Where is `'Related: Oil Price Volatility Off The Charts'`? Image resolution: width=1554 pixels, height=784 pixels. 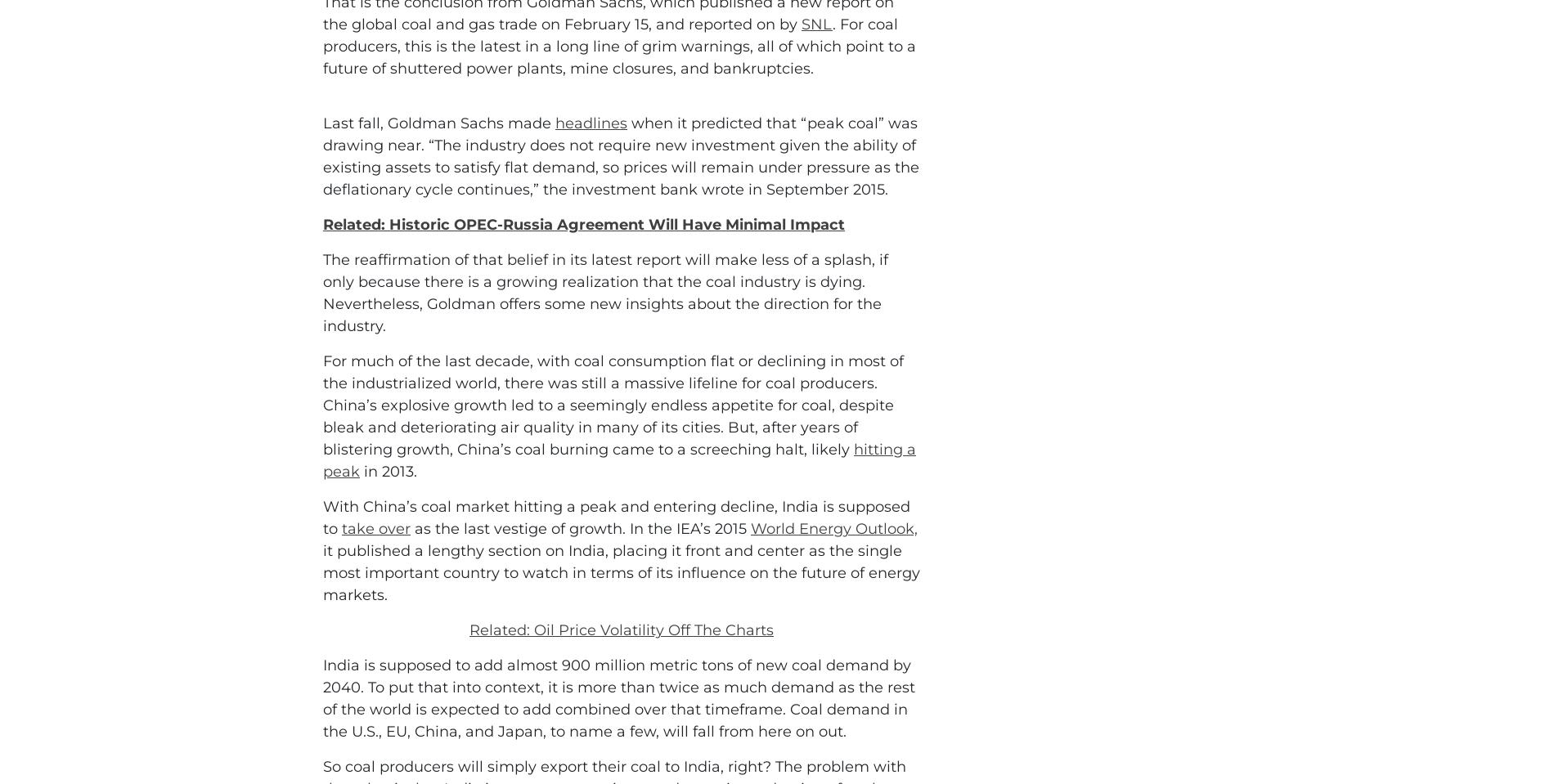 'Related: Oil Price Volatility Off The Charts' is located at coordinates (621, 702).